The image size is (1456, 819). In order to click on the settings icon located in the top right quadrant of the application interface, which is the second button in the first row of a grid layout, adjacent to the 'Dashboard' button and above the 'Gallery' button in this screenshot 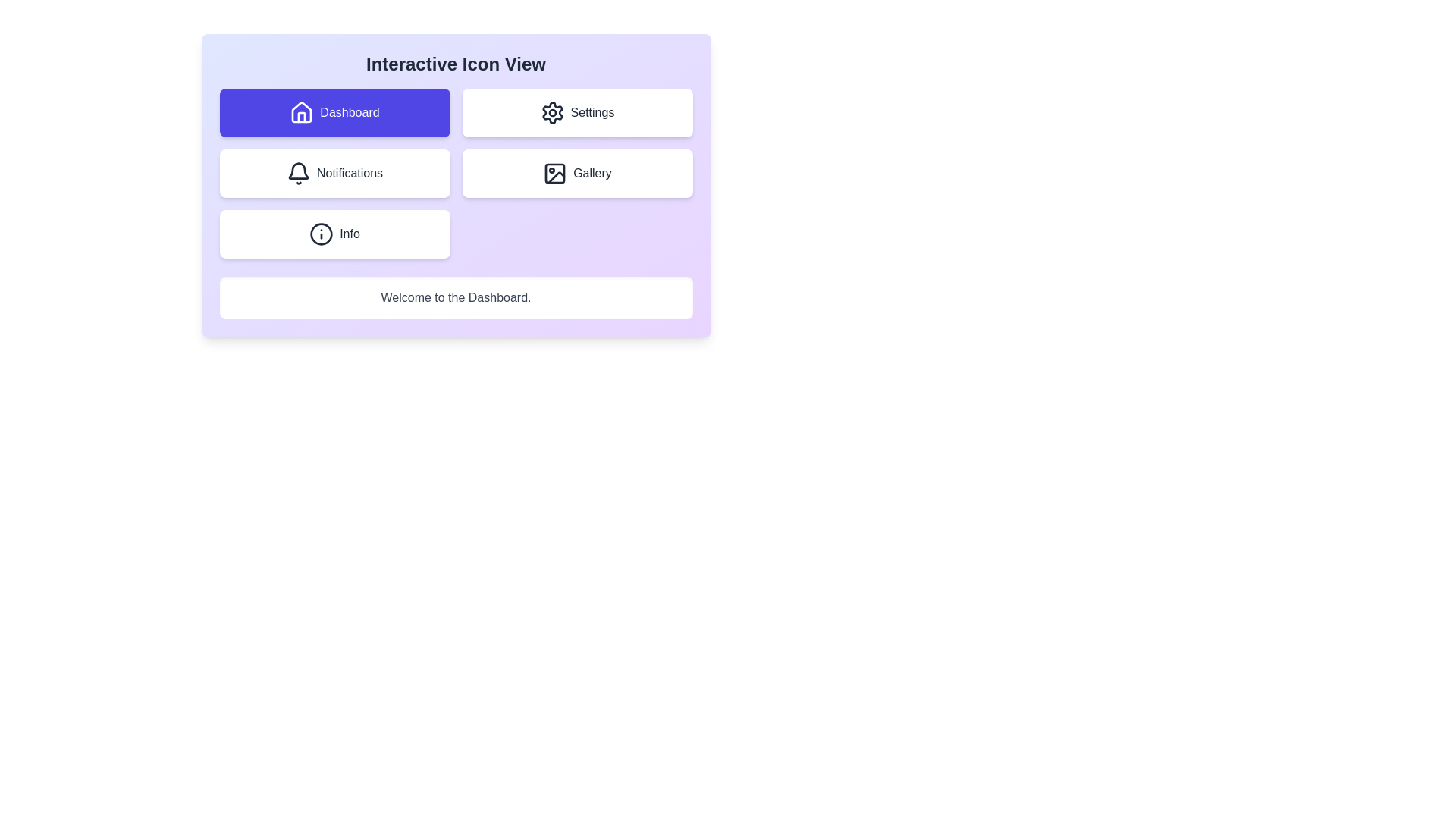, I will do `click(551, 112)`.